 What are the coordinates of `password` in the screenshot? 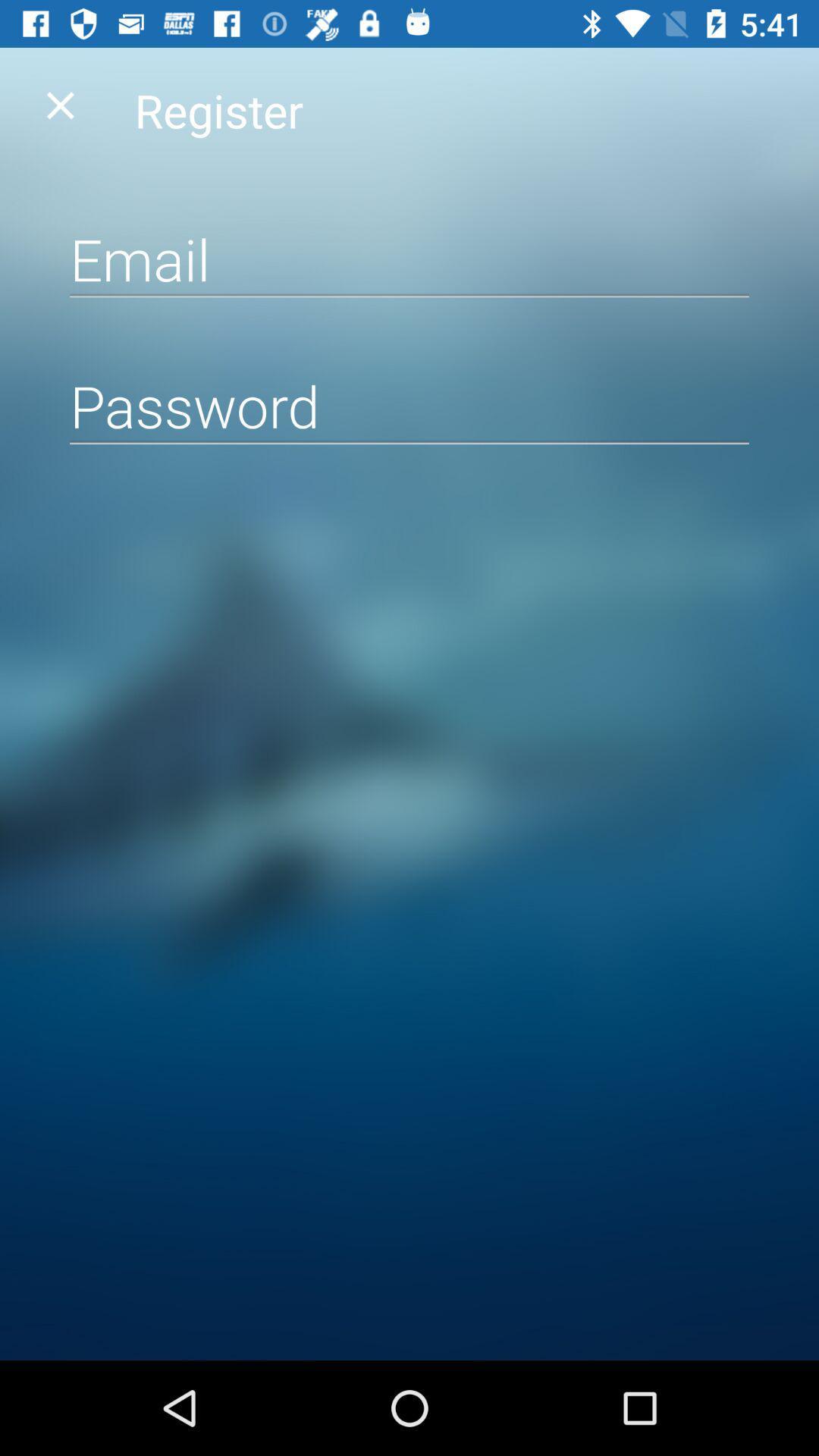 It's located at (409, 406).